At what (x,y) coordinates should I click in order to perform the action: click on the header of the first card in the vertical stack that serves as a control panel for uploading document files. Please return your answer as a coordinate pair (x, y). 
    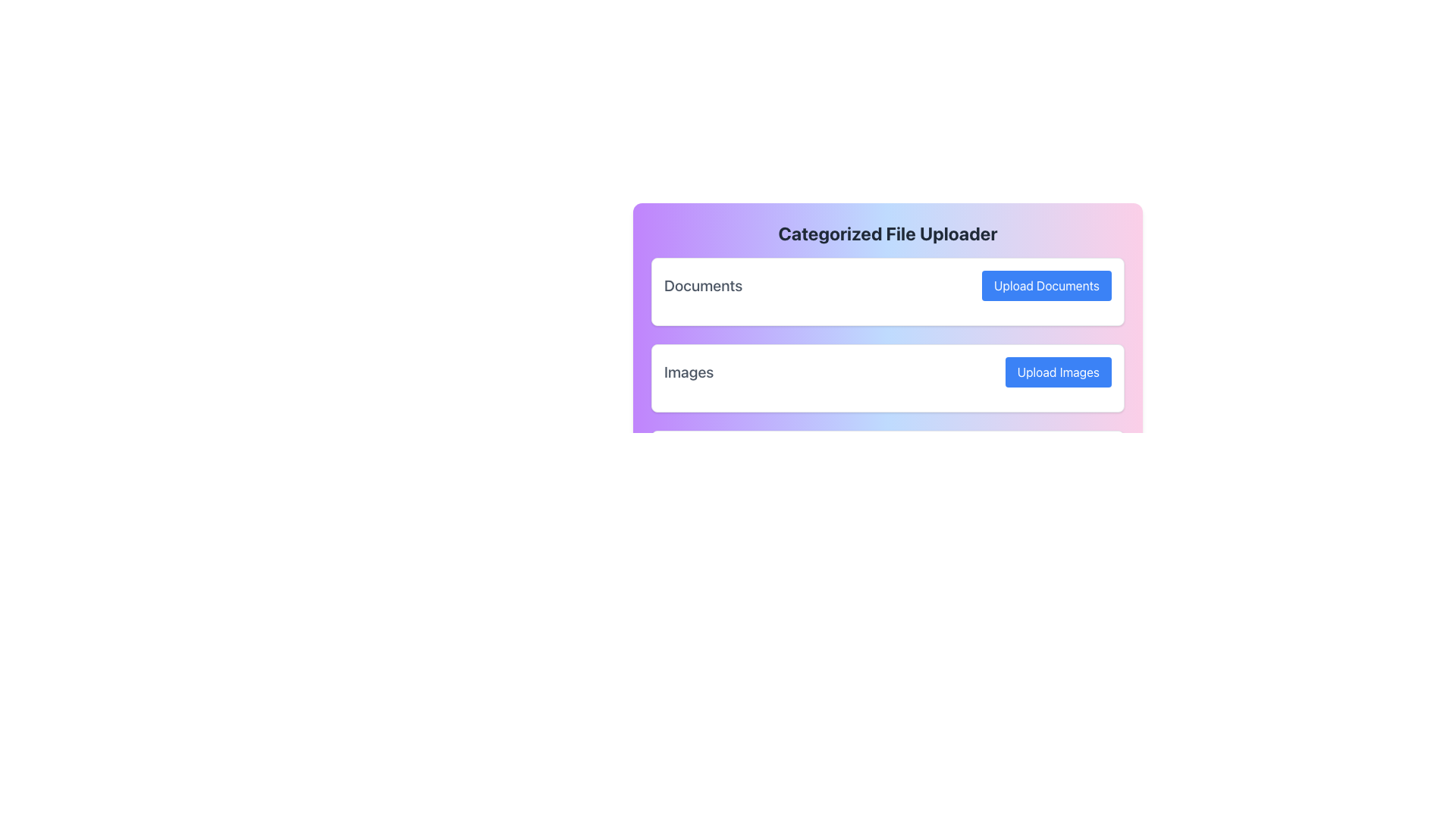
    Looking at the image, I should click on (888, 292).